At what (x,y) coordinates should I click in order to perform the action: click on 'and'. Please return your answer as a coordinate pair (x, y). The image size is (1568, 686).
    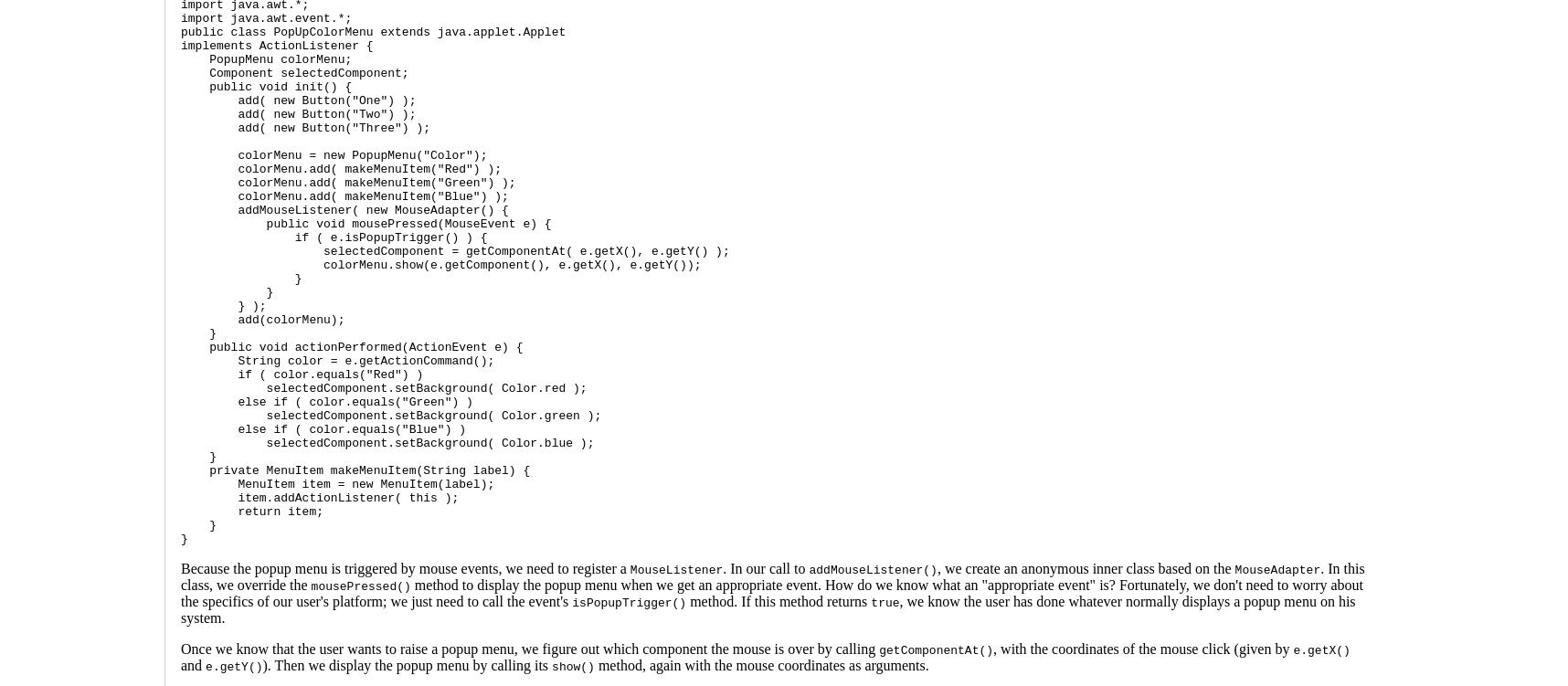
    Looking at the image, I should click on (193, 664).